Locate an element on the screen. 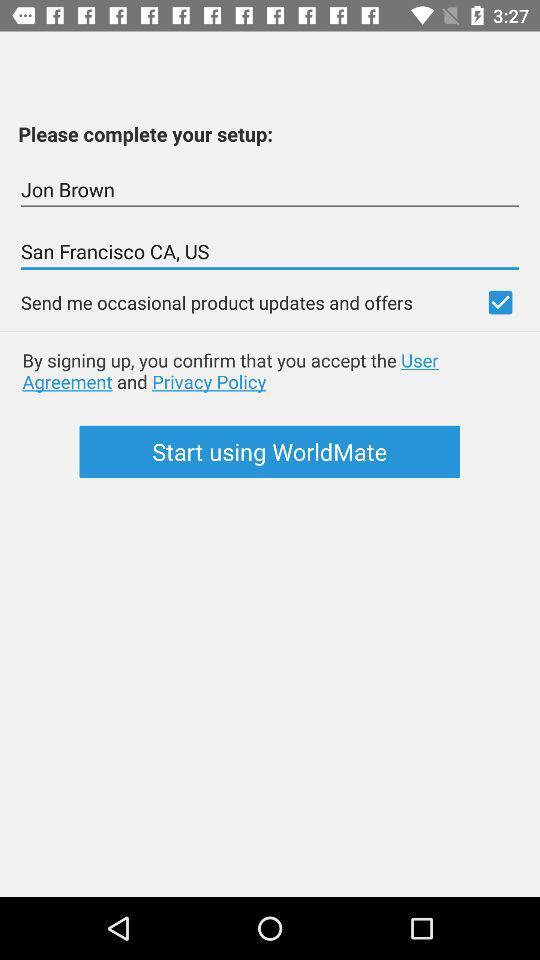 This screenshot has height=960, width=540. check for updates offers is located at coordinates (499, 302).